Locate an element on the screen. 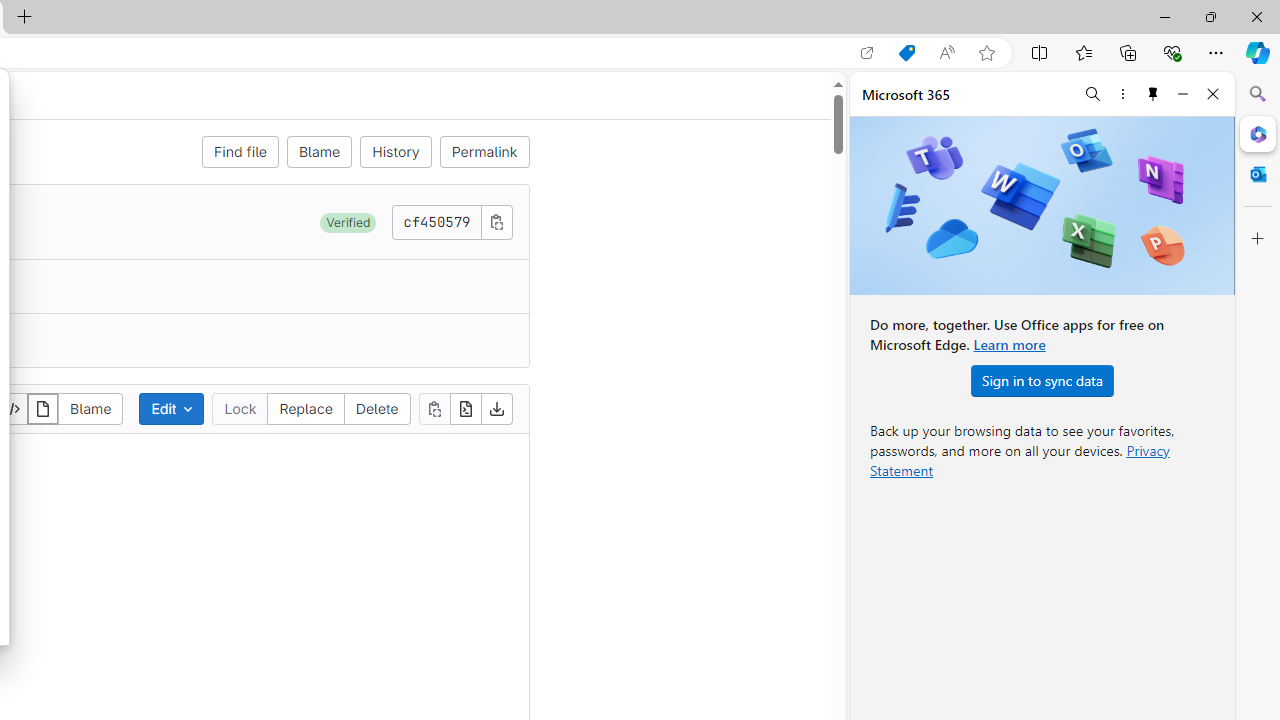 The width and height of the screenshot is (1280, 720). 'Browser essentials' is located at coordinates (1171, 51).